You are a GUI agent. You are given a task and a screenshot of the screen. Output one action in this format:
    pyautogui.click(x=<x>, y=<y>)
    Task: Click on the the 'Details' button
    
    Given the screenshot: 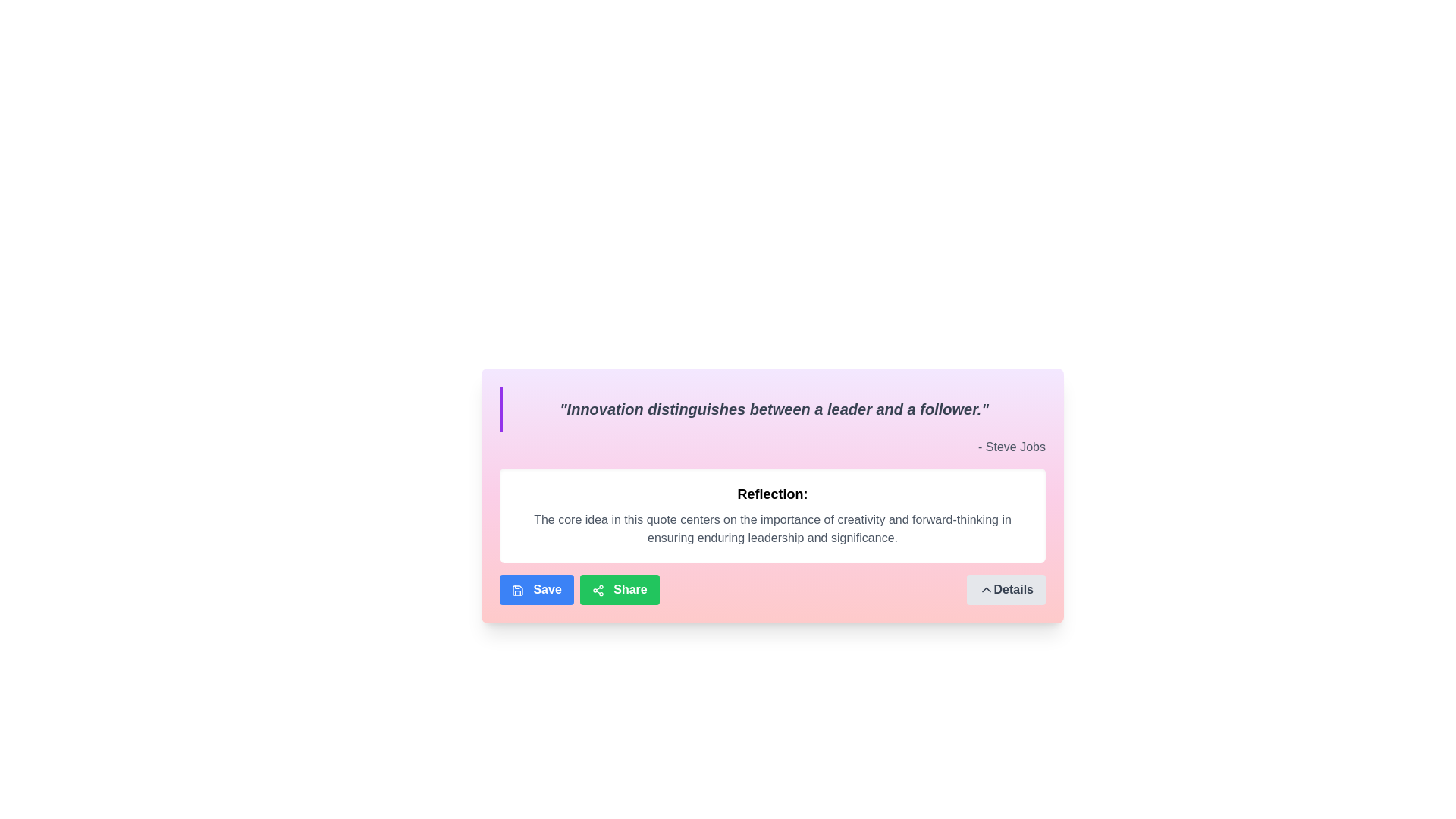 What is the action you would take?
    pyautogui.click(x=1006, y=589)
    